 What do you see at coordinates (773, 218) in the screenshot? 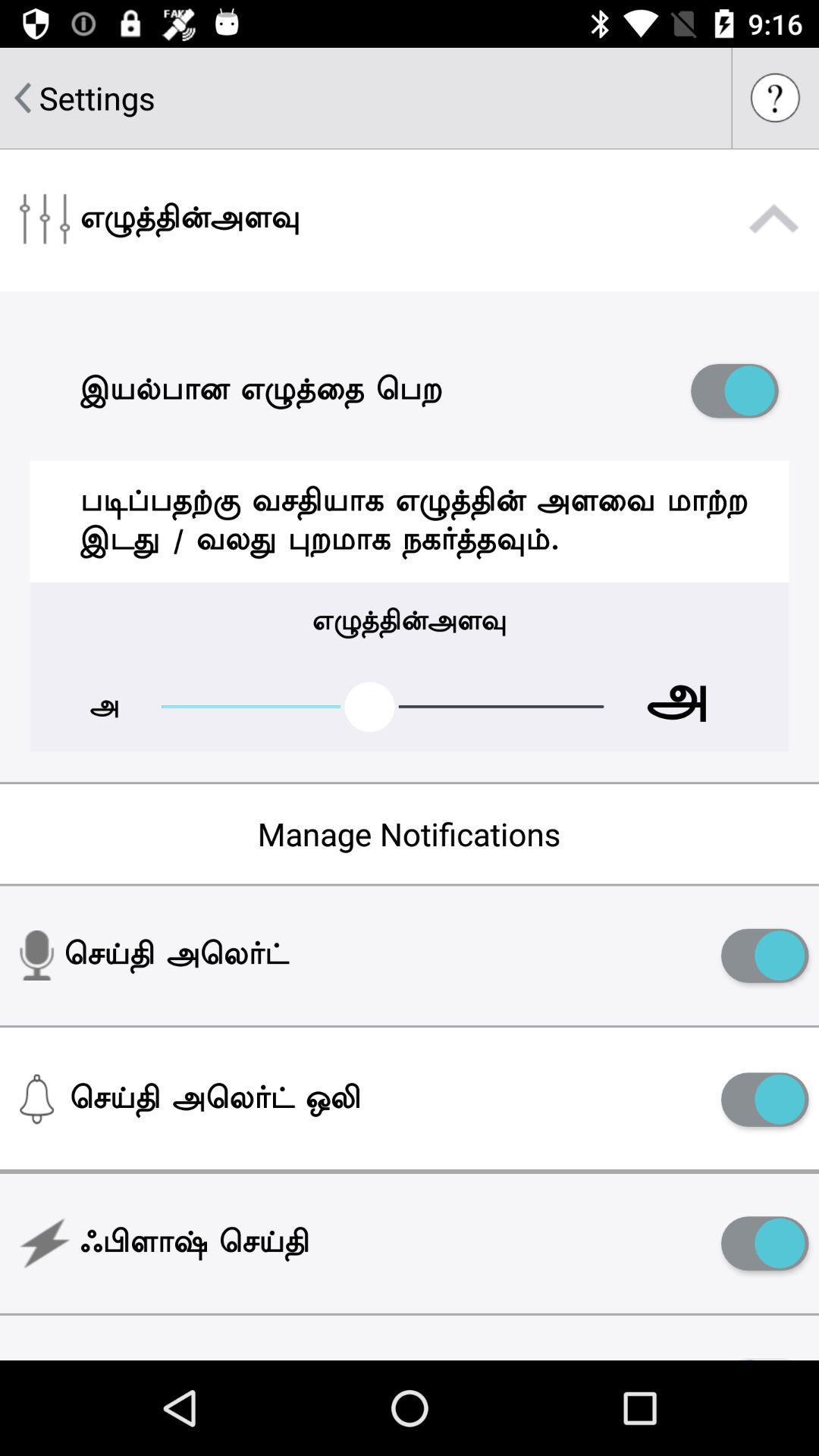
I see `collapse option list` at bounding box center [773, 218].